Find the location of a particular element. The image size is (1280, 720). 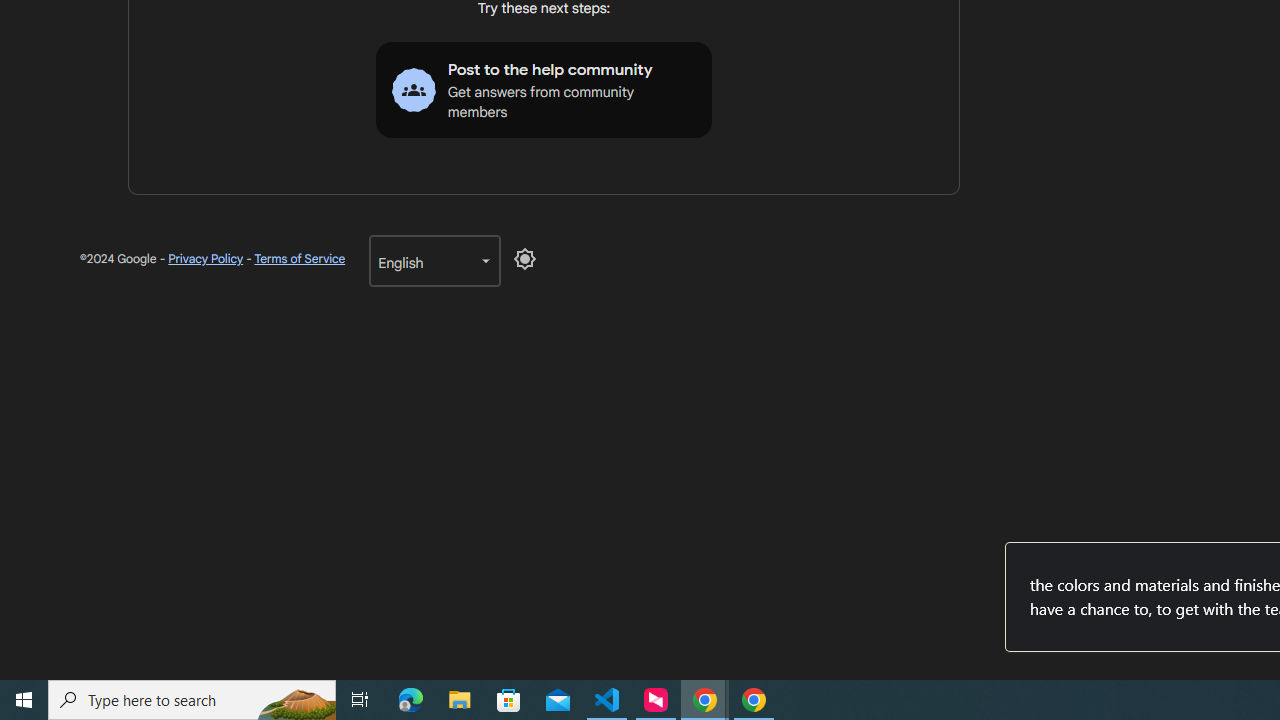

'Disable Dark Mode' is located at coordinates (525, 258).